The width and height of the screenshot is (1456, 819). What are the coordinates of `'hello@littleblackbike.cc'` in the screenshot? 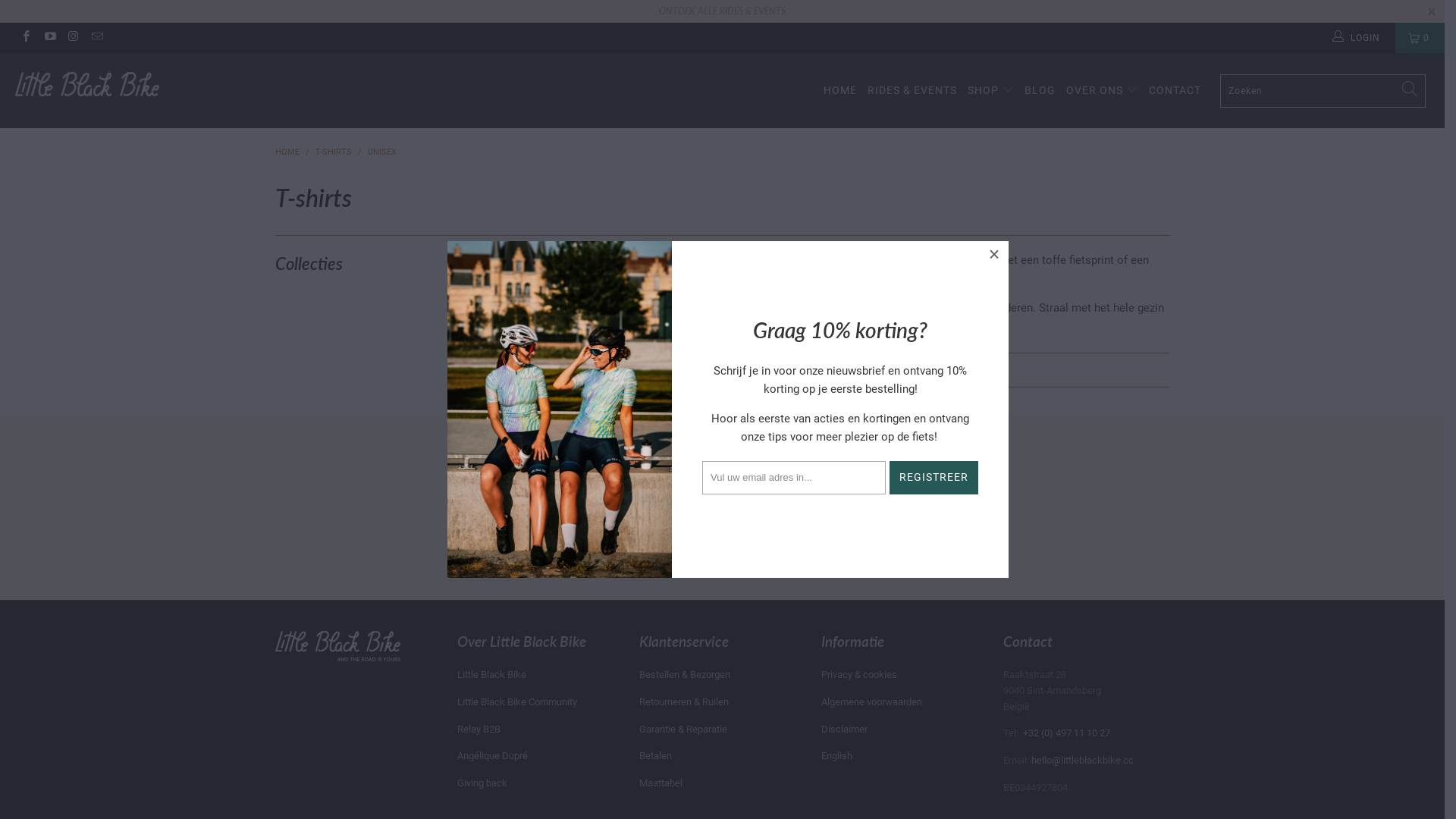 It's located at (1081, 760).